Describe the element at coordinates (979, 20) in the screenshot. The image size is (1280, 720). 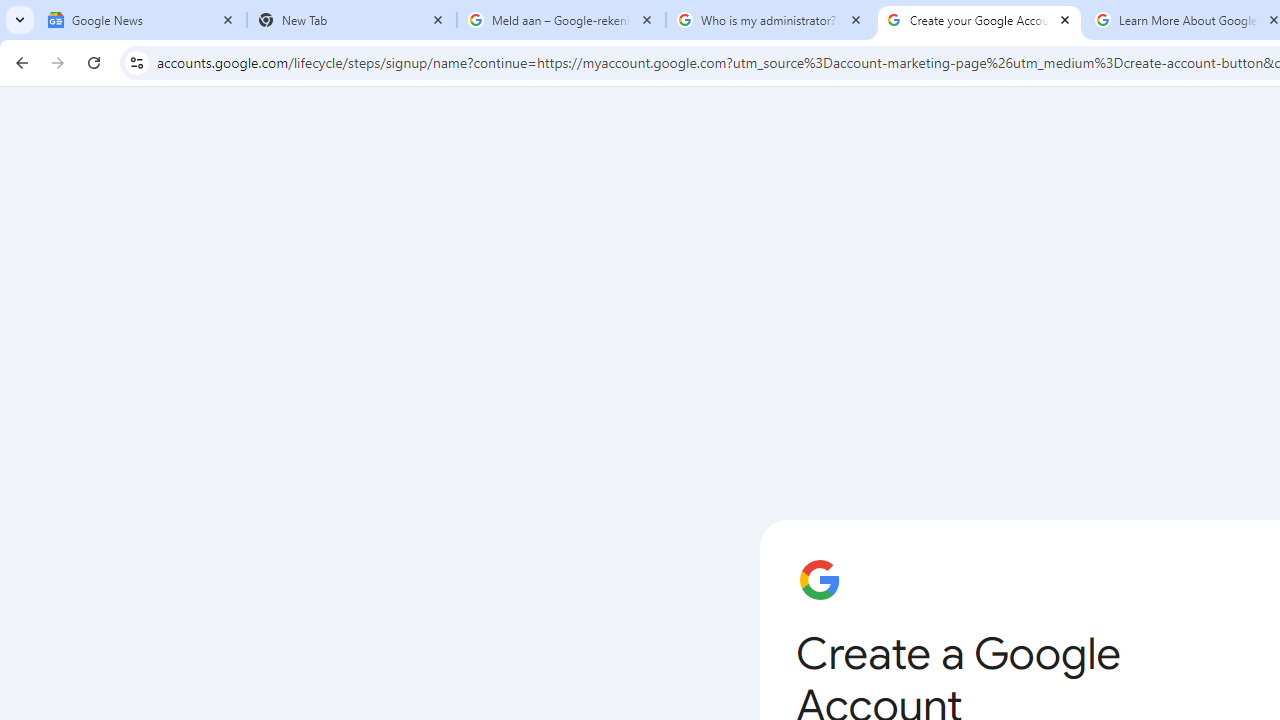
I see `'Create your Google Account'` at that location.